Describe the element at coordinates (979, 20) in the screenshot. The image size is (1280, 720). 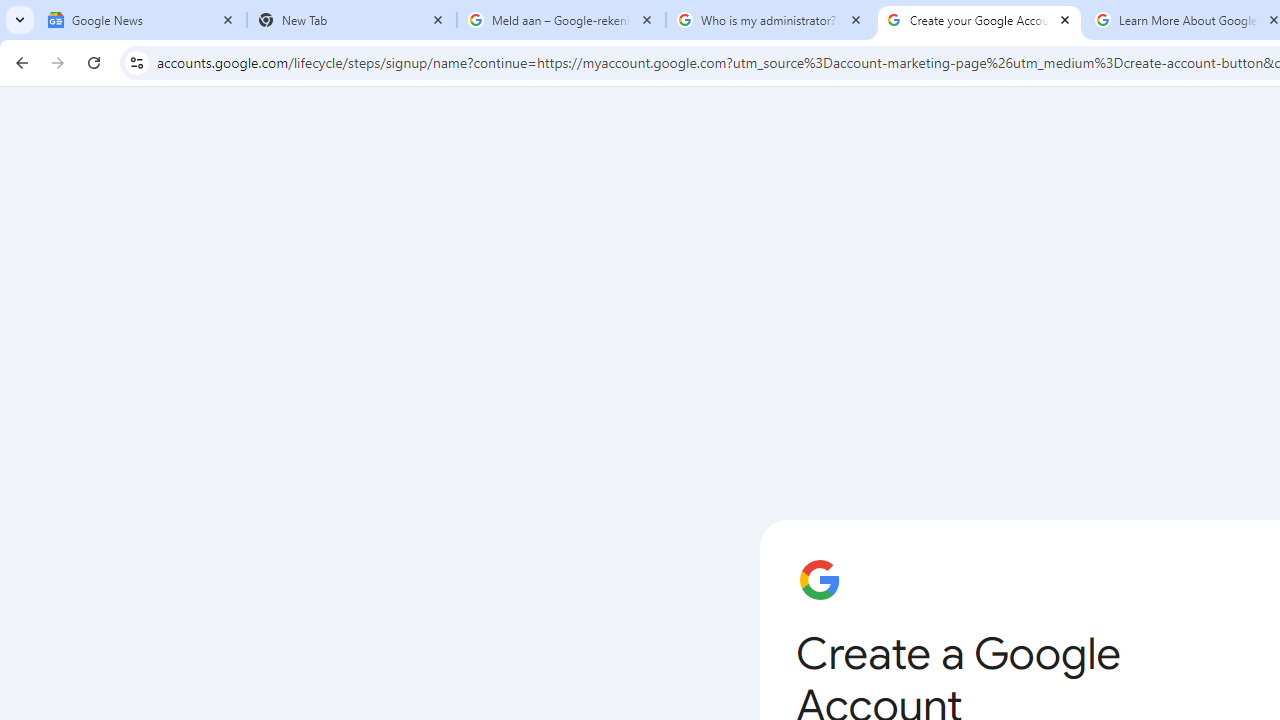
I see `'Create your Google Account'` at that location.